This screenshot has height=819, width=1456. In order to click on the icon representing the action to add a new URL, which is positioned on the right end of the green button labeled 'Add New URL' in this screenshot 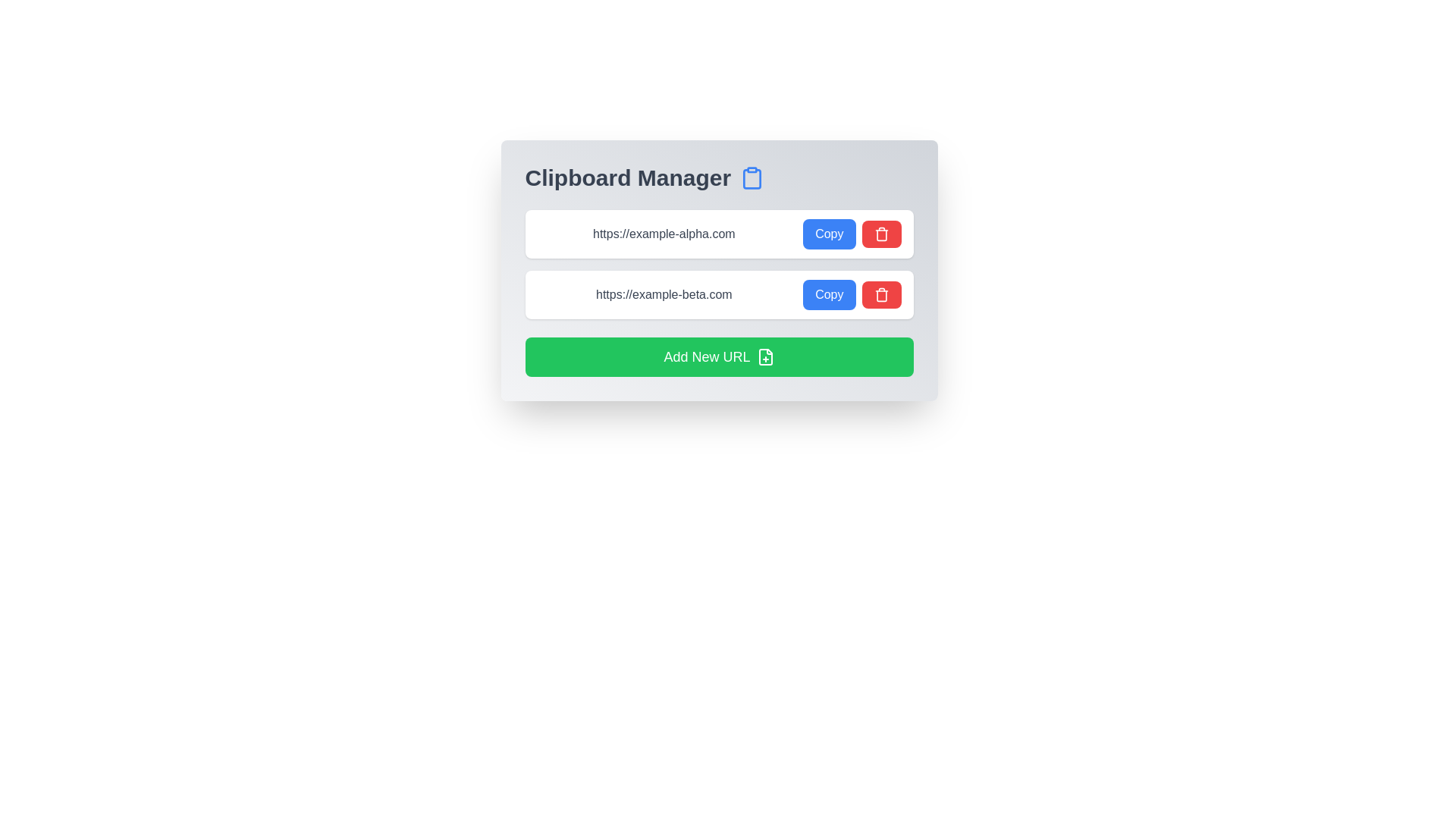, I will do `click(765, 356)`.